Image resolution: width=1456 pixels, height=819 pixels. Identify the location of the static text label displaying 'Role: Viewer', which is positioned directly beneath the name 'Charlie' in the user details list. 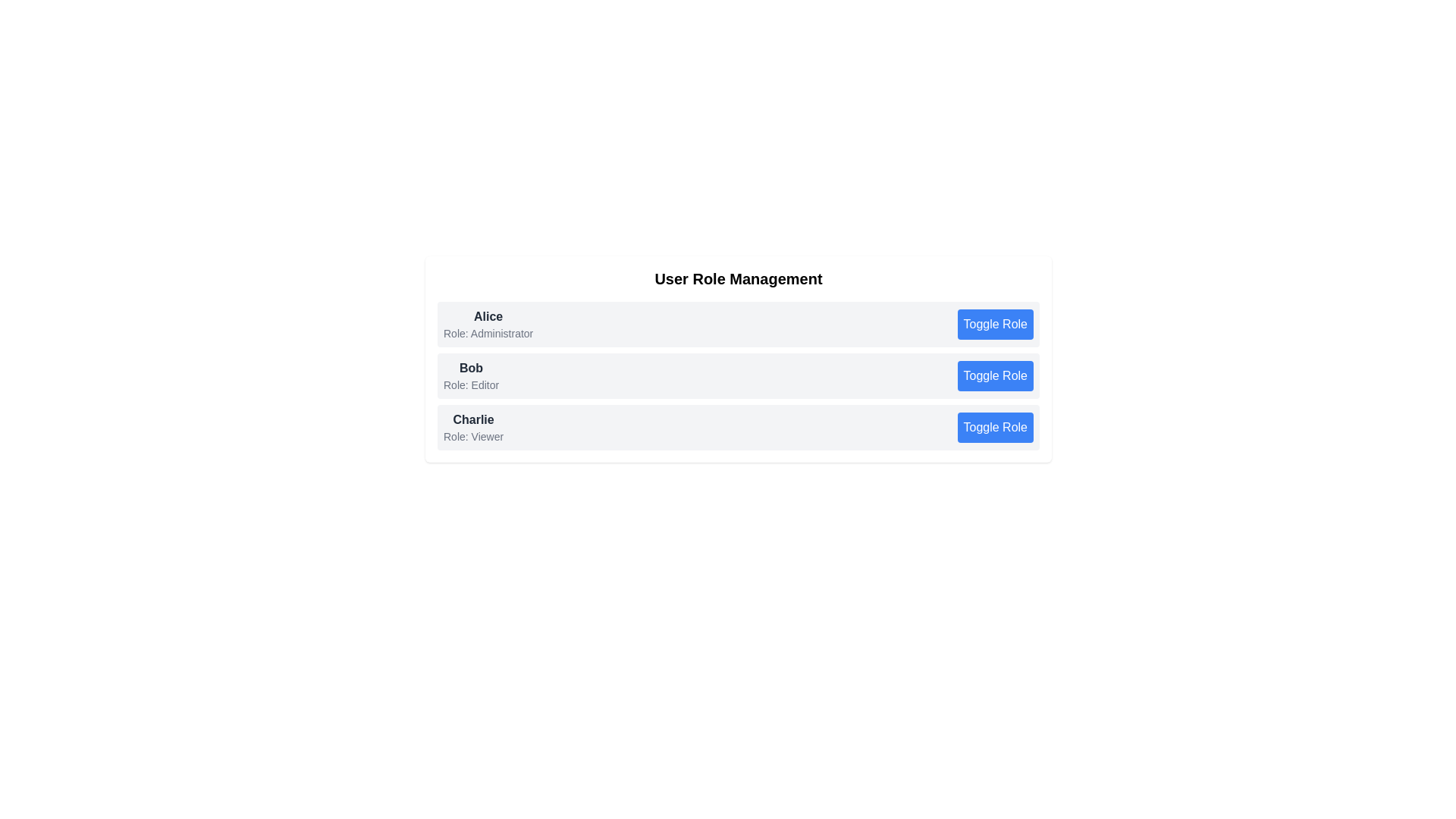
(472, 436).